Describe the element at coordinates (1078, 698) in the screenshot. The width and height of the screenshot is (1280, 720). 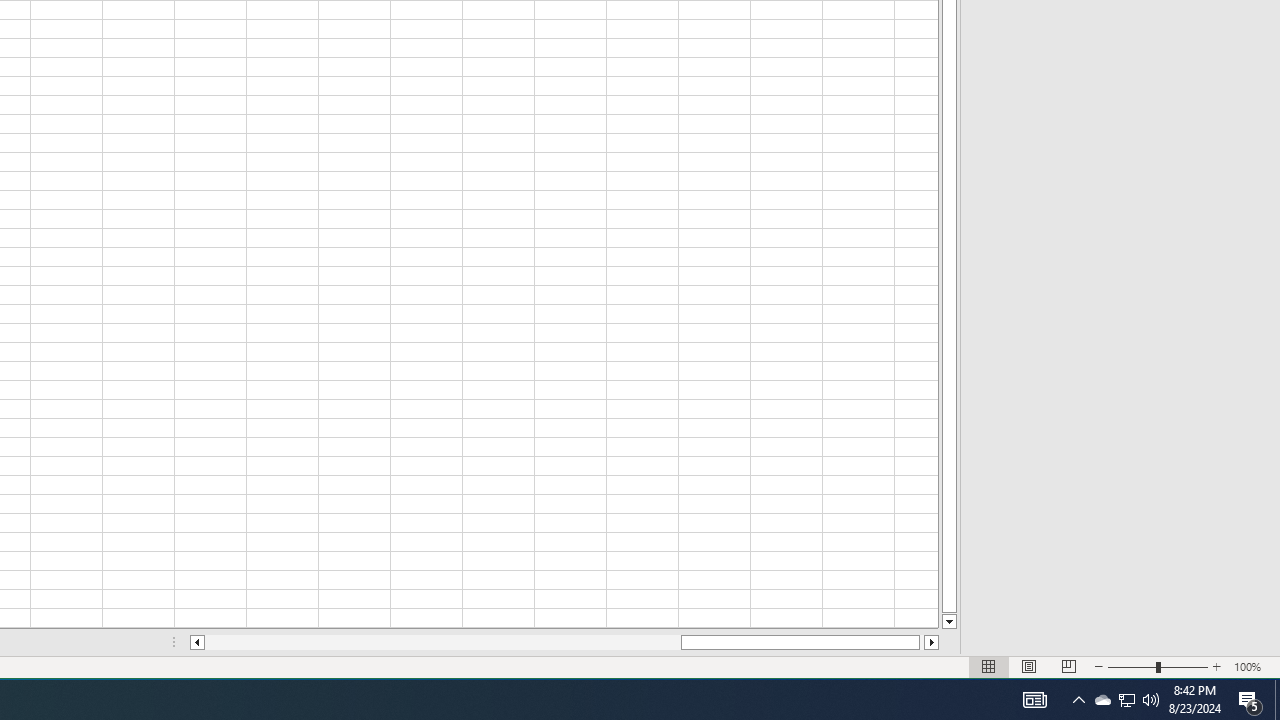
I see `'Notification Chevron'` at that location.